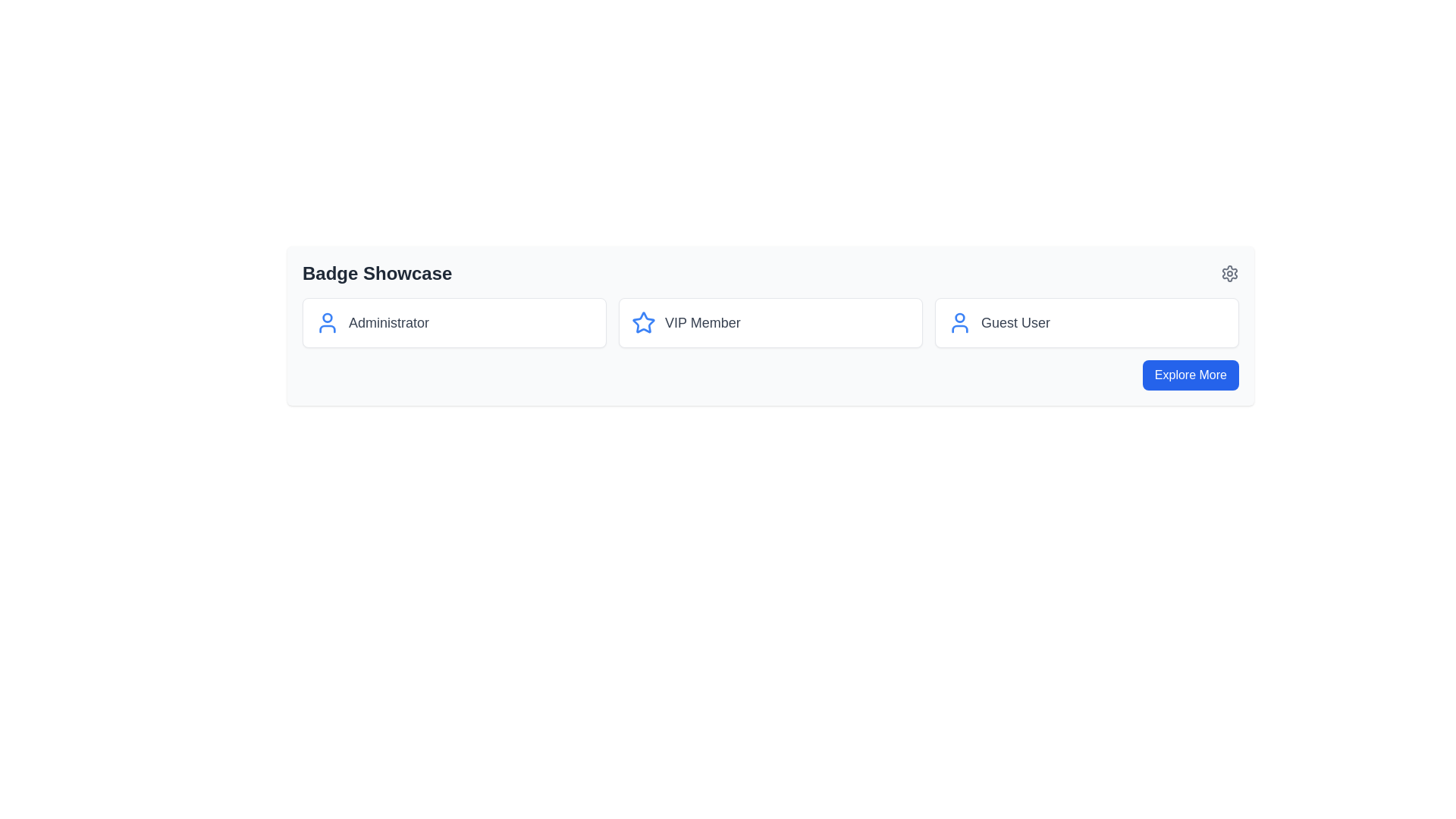  Describe the element at coordinates (644, 322) in the screenshot. I see `the blue star-shaped icon located on the 'VIP Member' card, which is the second card from the left in a horizontal list of cards` at that location.